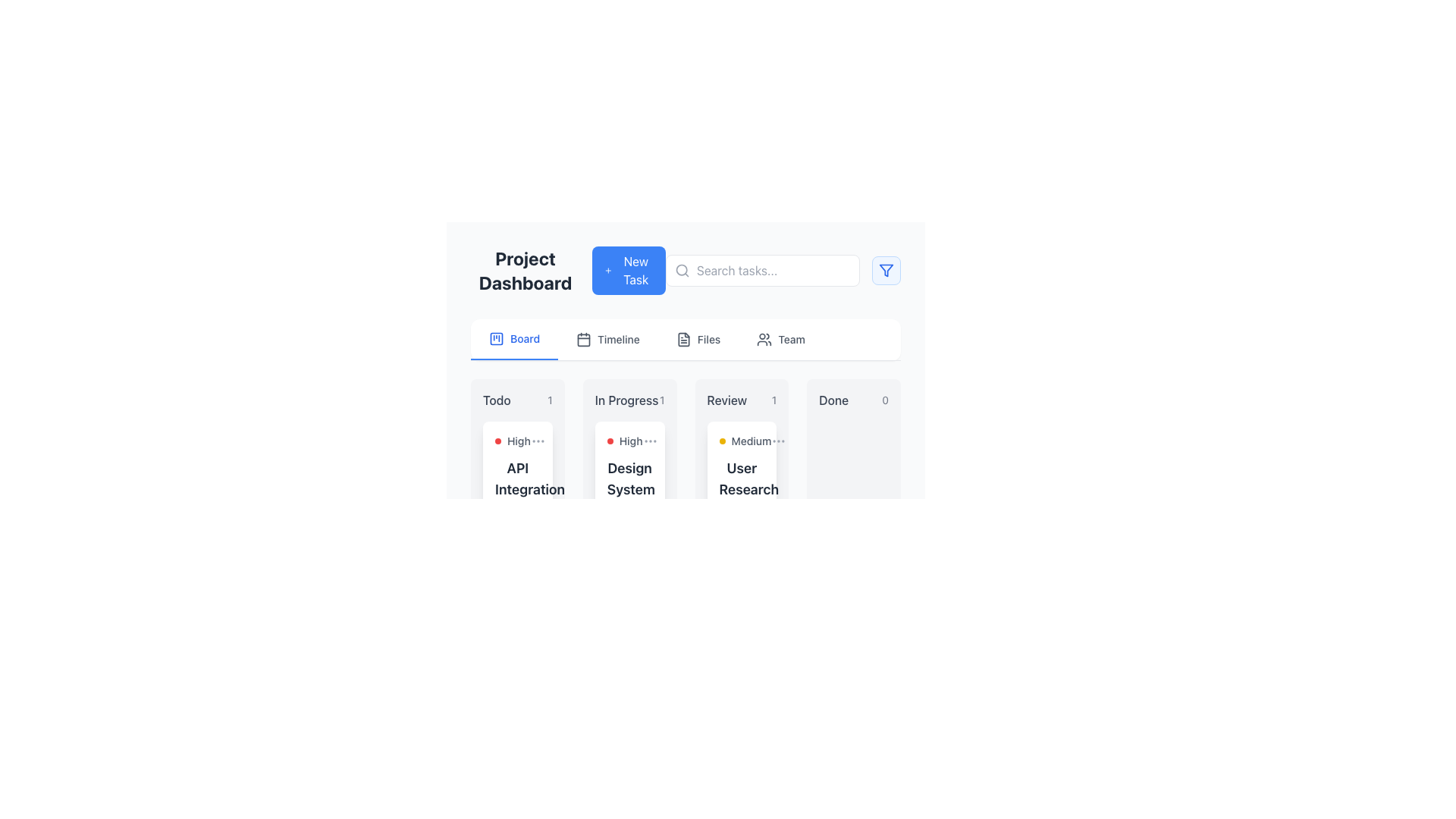  What do you see at coordinates (496, 338) in the screenshot?
I see `the kanban board icon located in the navigation bar, which serves as a visual representation for dashboard navigation` at bounding box center [496, 338].